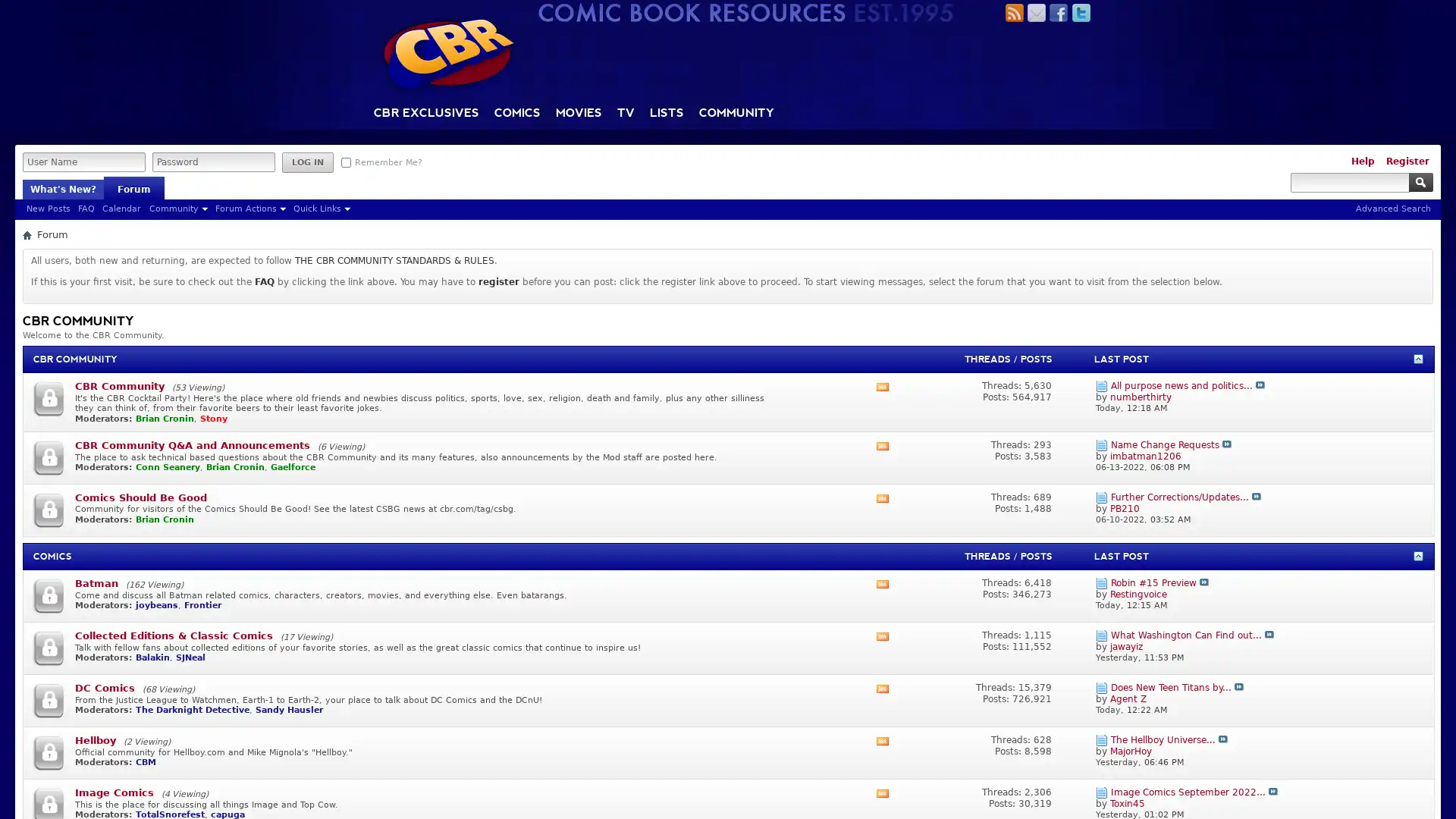 This screenshot has height=819, width=1456. What do you see at coordinates (307, 162) in the screenshot?
I see `Log in` at bounding box center [307, 162].